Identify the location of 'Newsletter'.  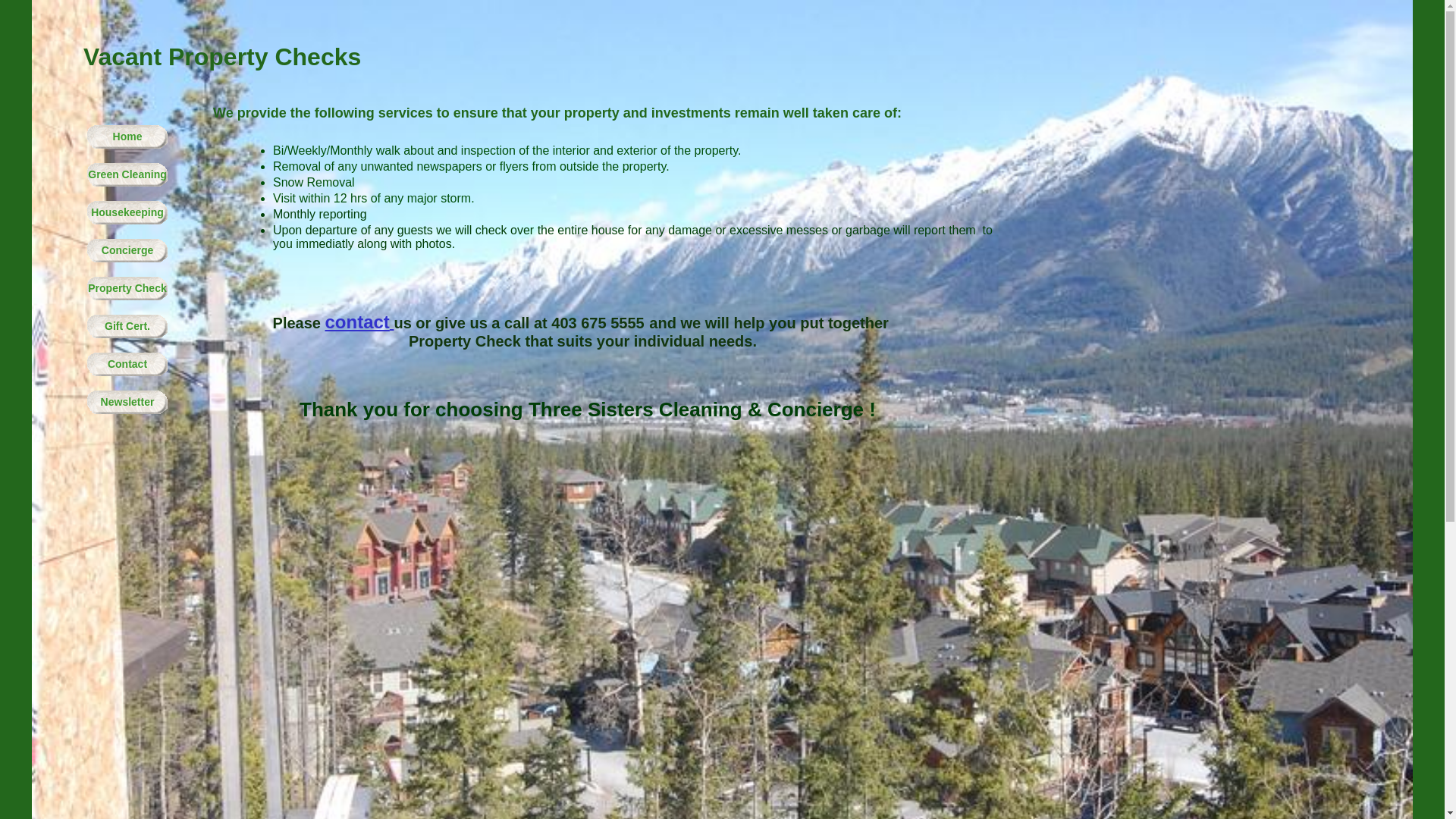
(127, 401).